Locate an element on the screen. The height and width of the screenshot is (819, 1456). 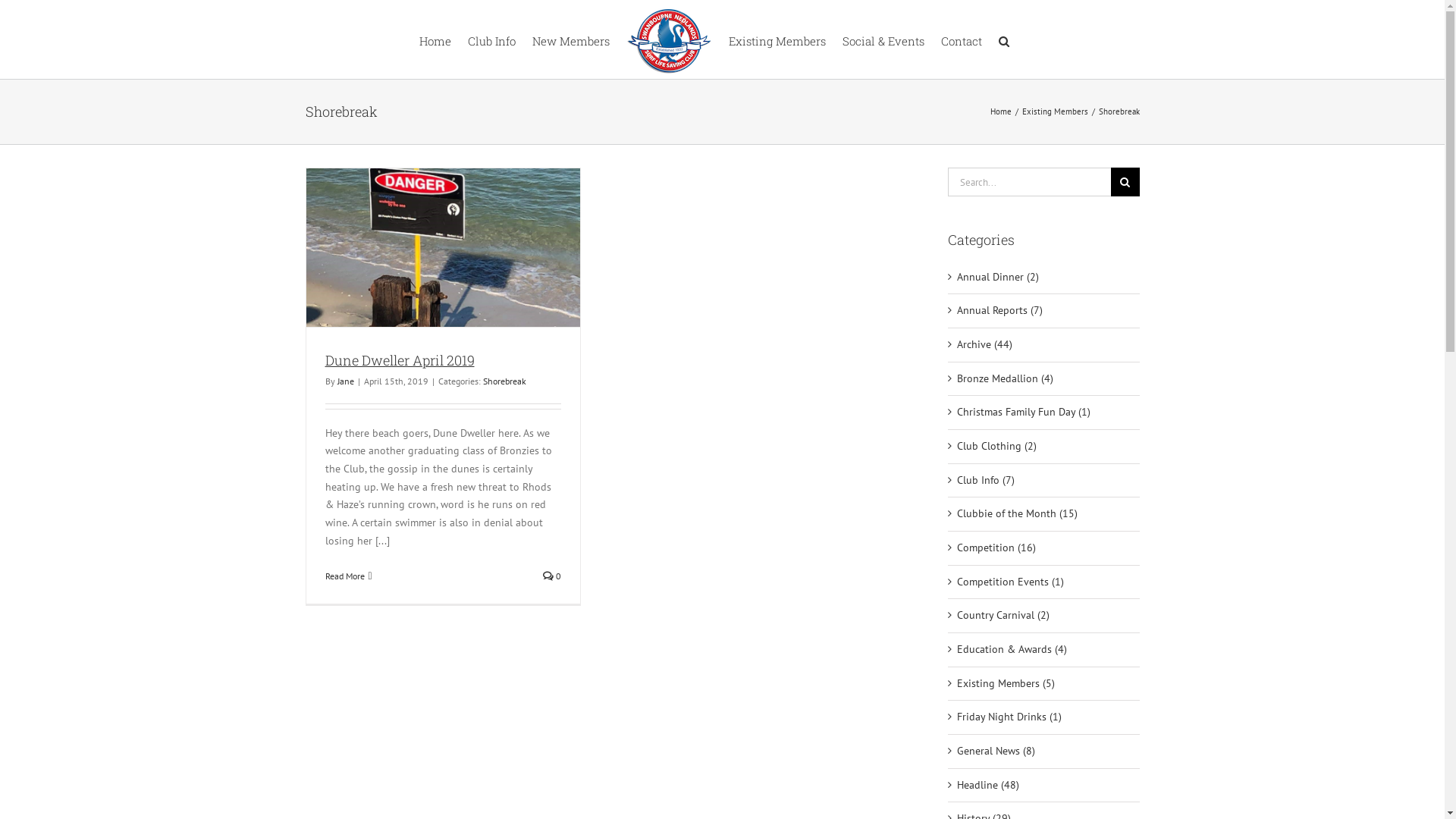
'Competition (16)' is located at coordinates (1043, 548).